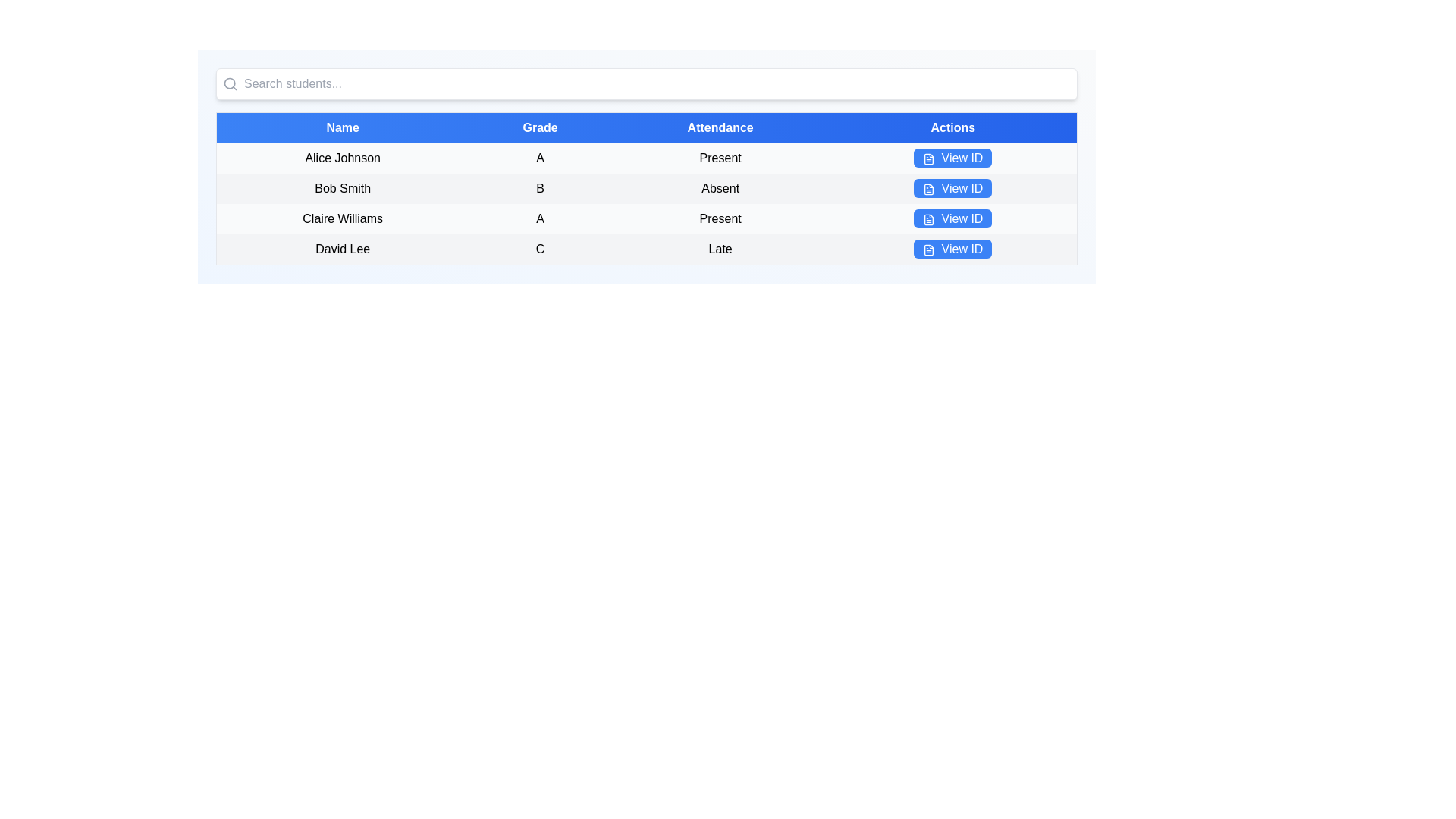  Describe the element at coordinates (928, 219) in the screenshot. I see `the file-related icon within the 'View ID' button in the 'Actions' column, third row for 'Claire Williams'` at that location.